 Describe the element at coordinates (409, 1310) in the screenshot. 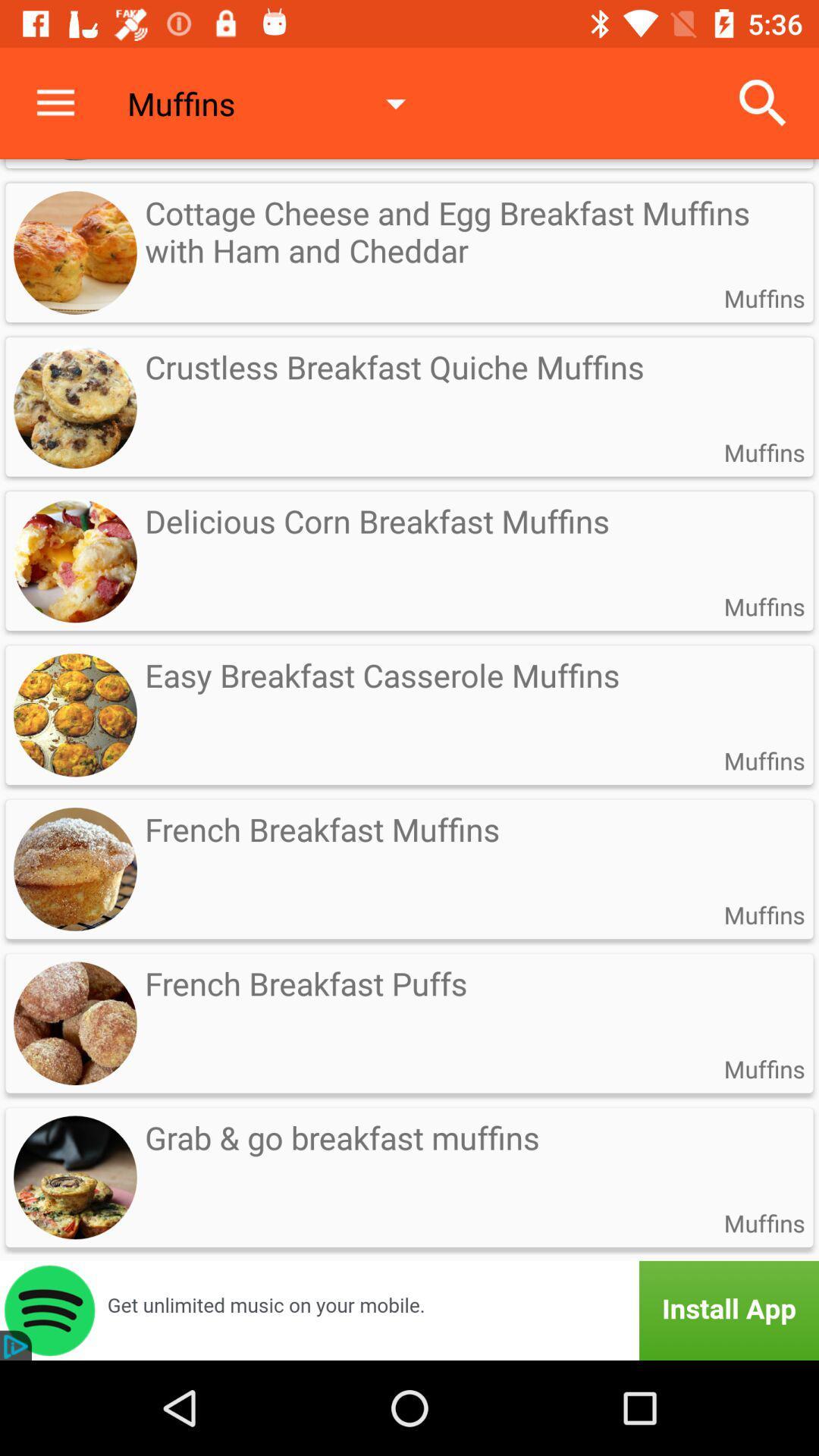

I see `the app` at that location.